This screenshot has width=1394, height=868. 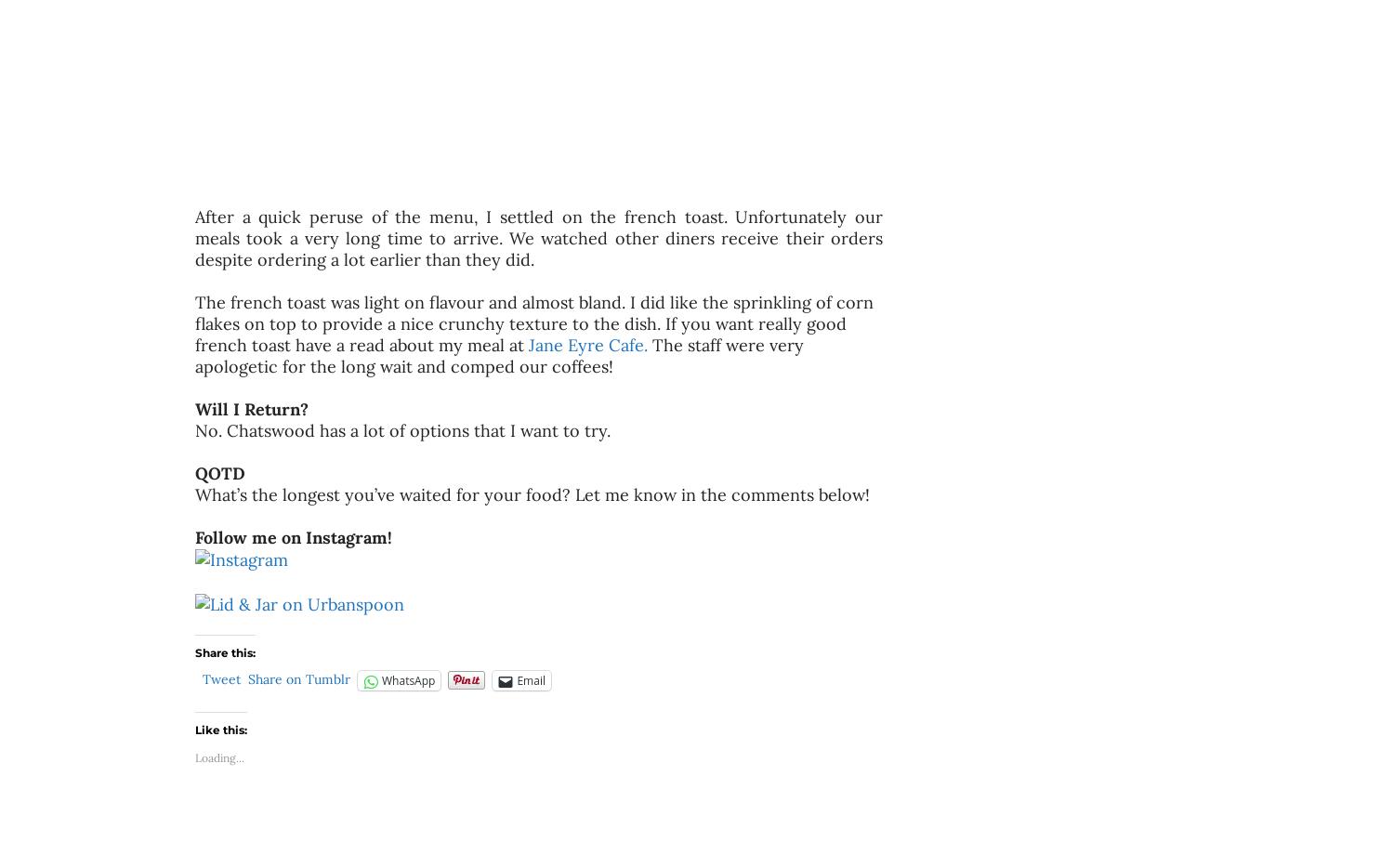 I want to click on 'No. Chatswood has a lot of options that I want to try.', so click(x=405, y=430).